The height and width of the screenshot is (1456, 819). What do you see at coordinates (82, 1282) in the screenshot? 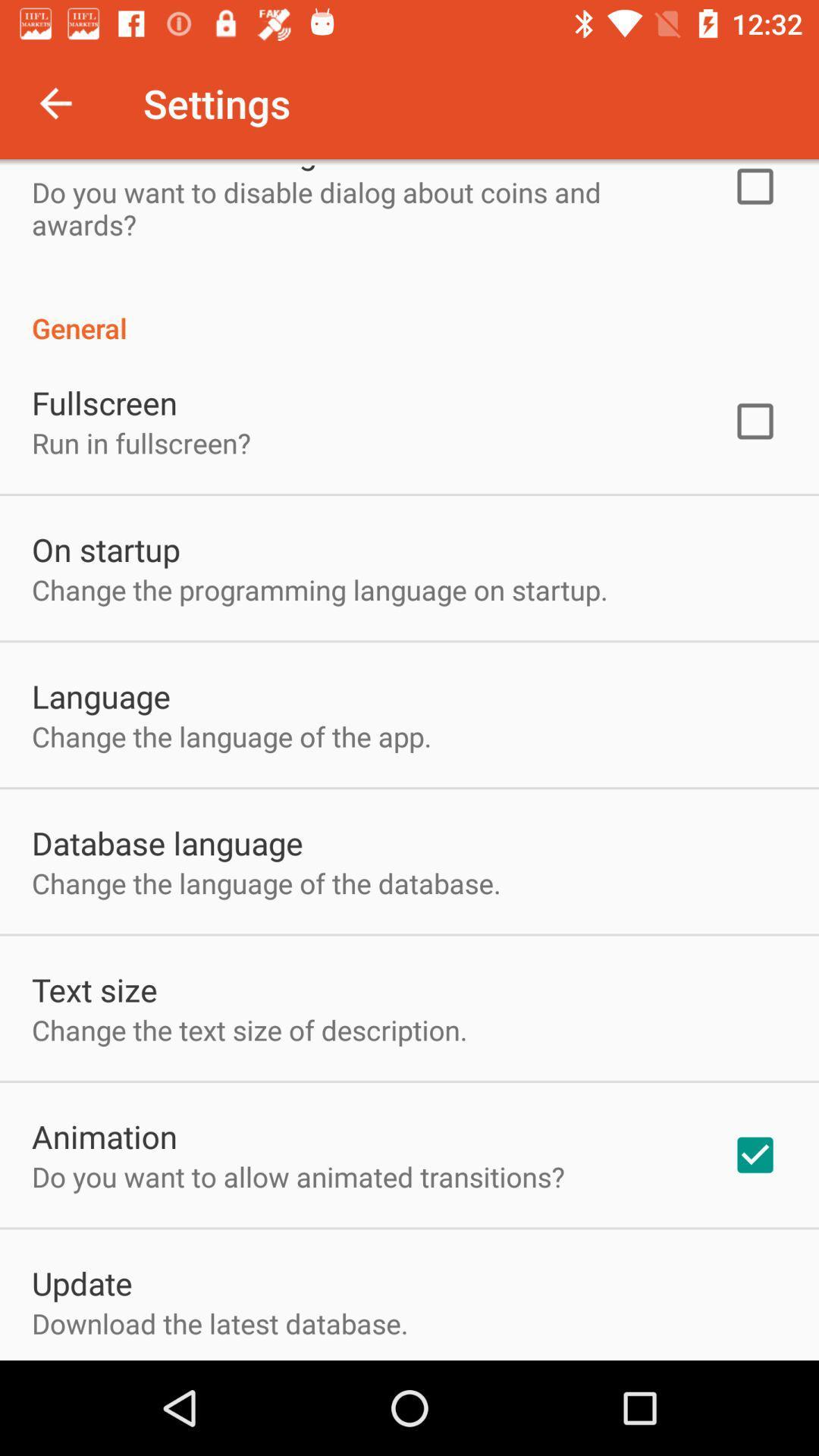
I see `update item` at bounding box center [82, 1282].